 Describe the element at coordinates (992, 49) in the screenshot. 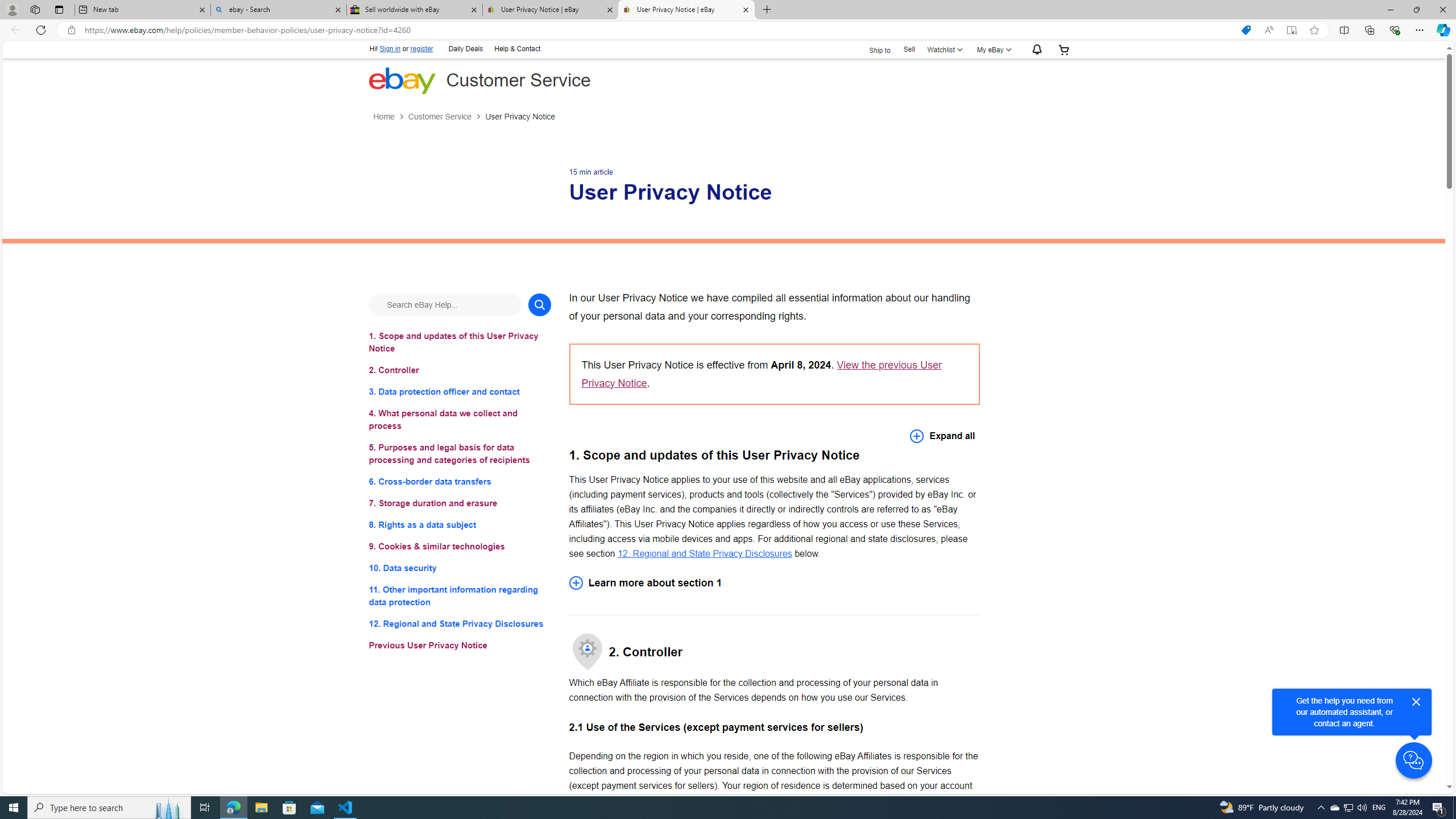

I see `'My eBay'` at that location.